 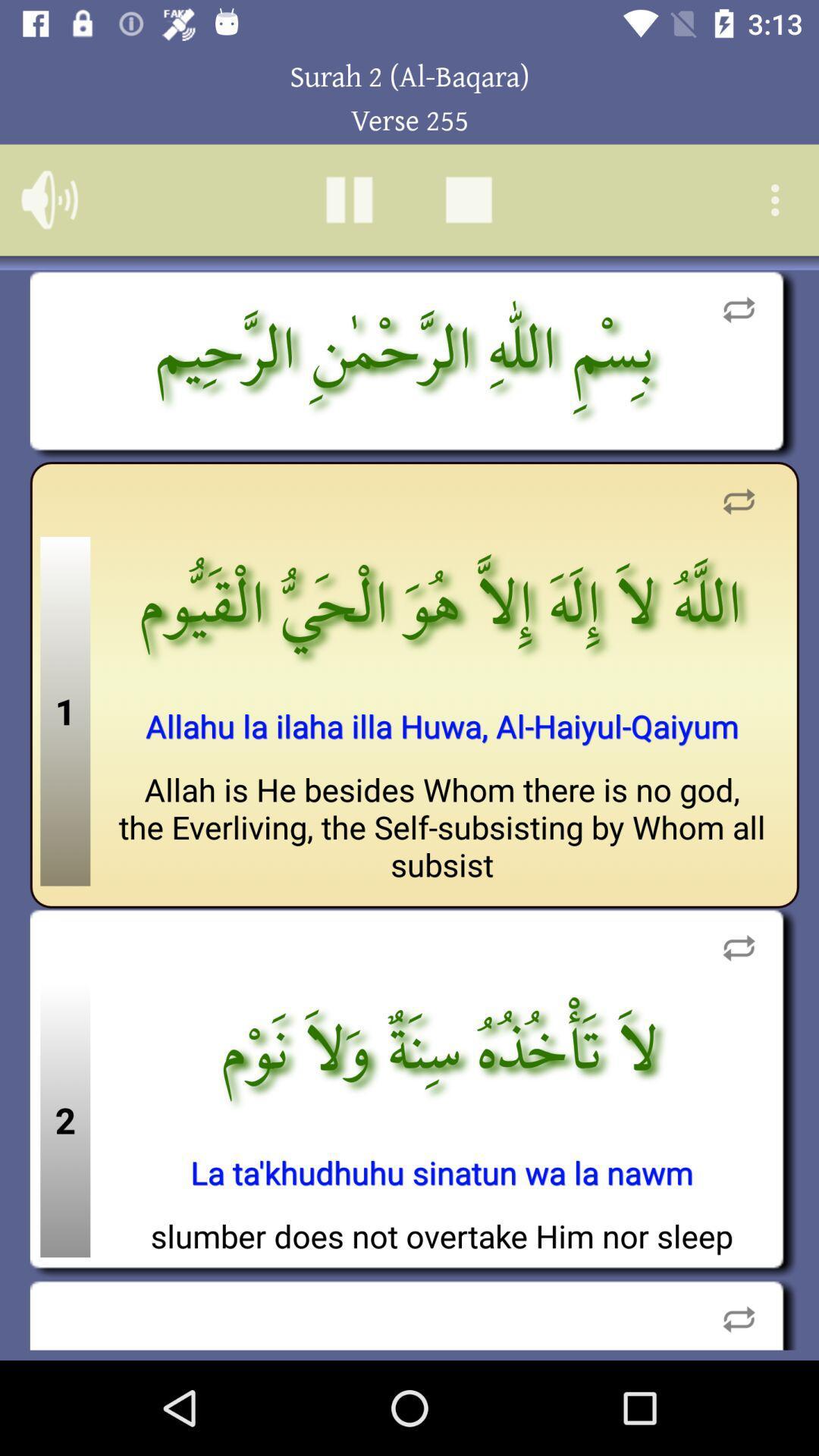 What do you see at coordinates (738, 947) in the screenshot?
I see `refresh area` at bounding box center [738, 947].